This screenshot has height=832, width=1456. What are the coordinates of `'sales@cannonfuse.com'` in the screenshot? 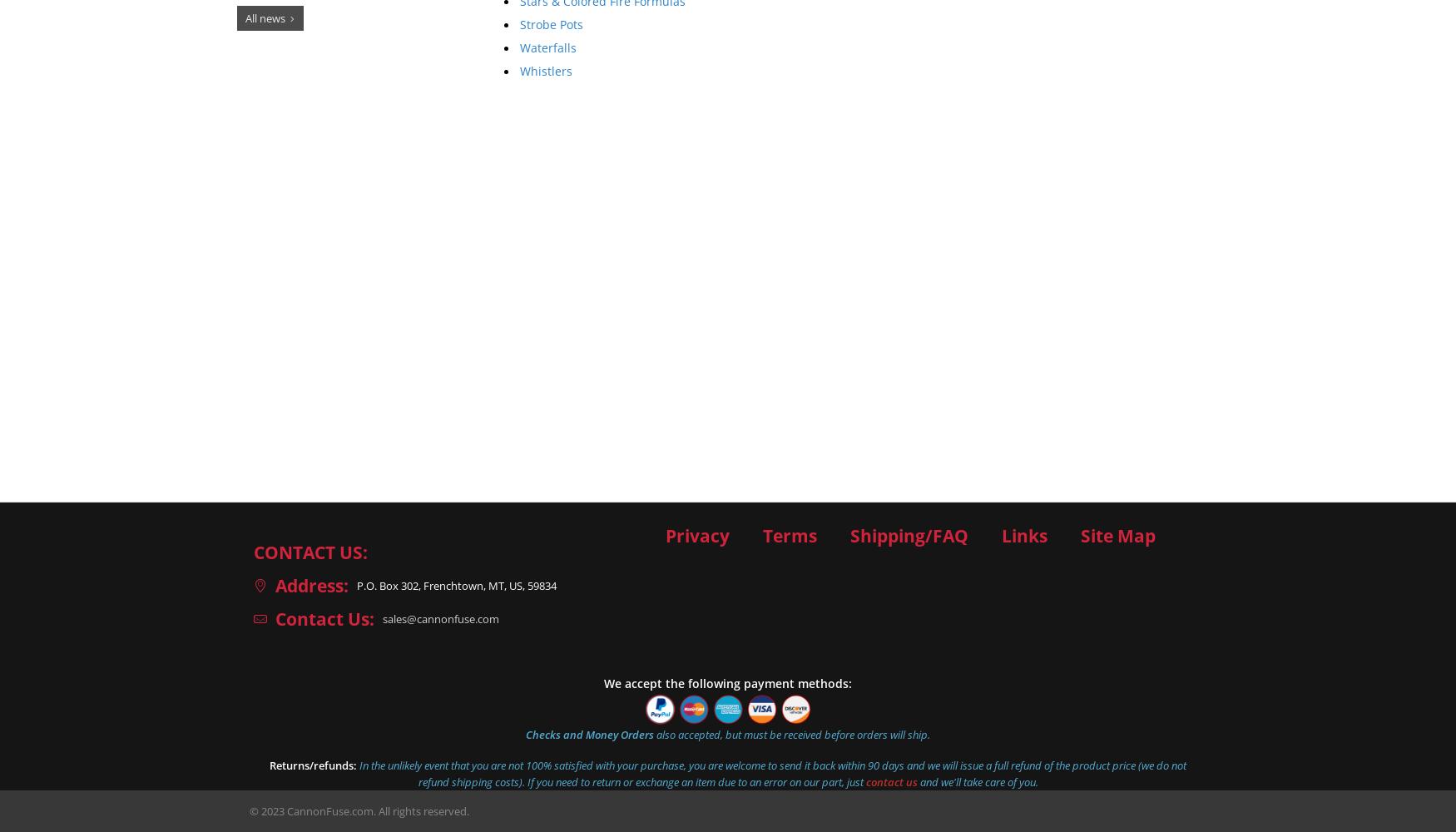 It's located at (440, 618).